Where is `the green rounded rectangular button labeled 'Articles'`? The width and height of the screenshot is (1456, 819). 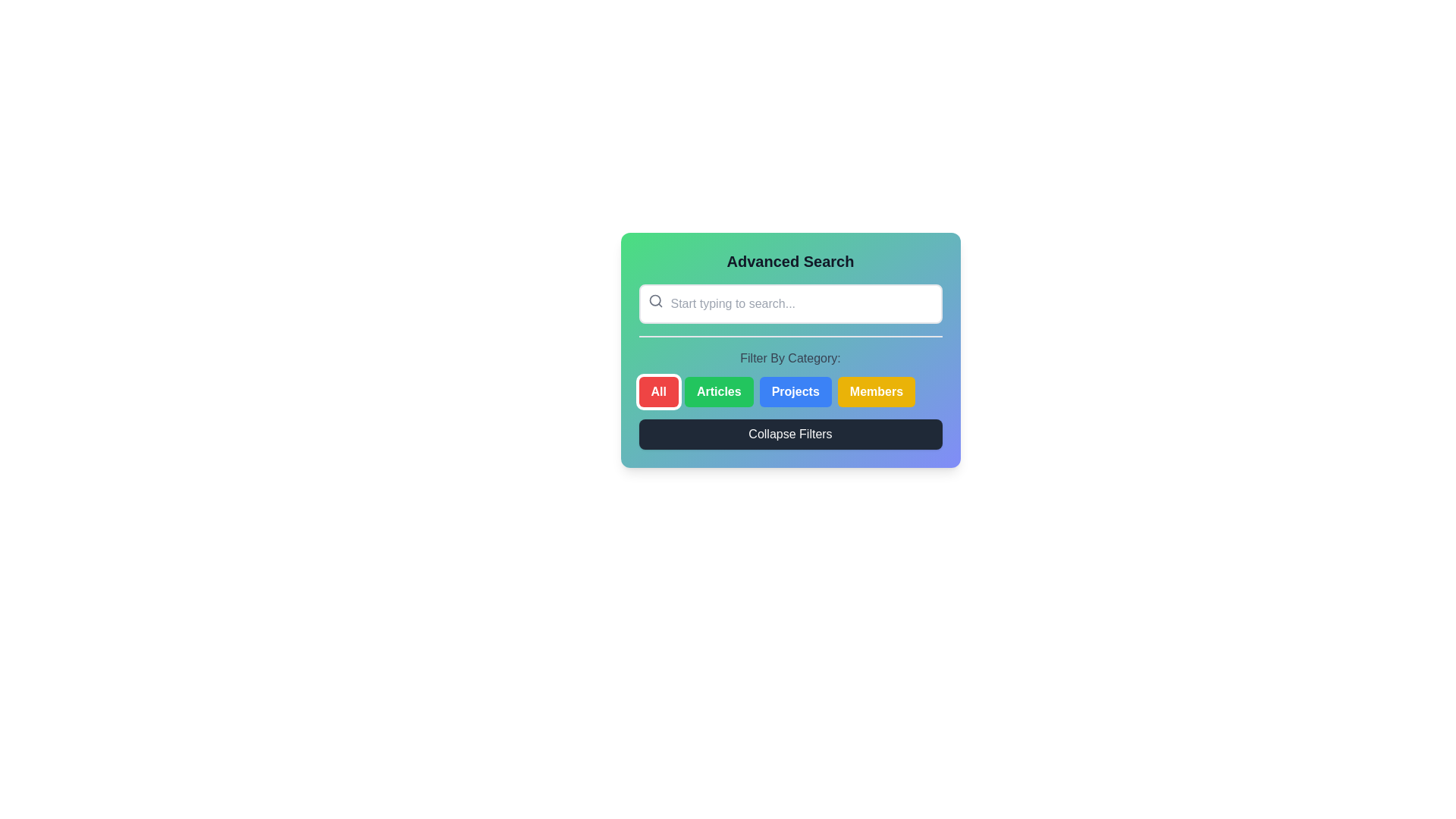
the green rounded rectangular button labeled 'Articles' is located at coordinates (718, 391).